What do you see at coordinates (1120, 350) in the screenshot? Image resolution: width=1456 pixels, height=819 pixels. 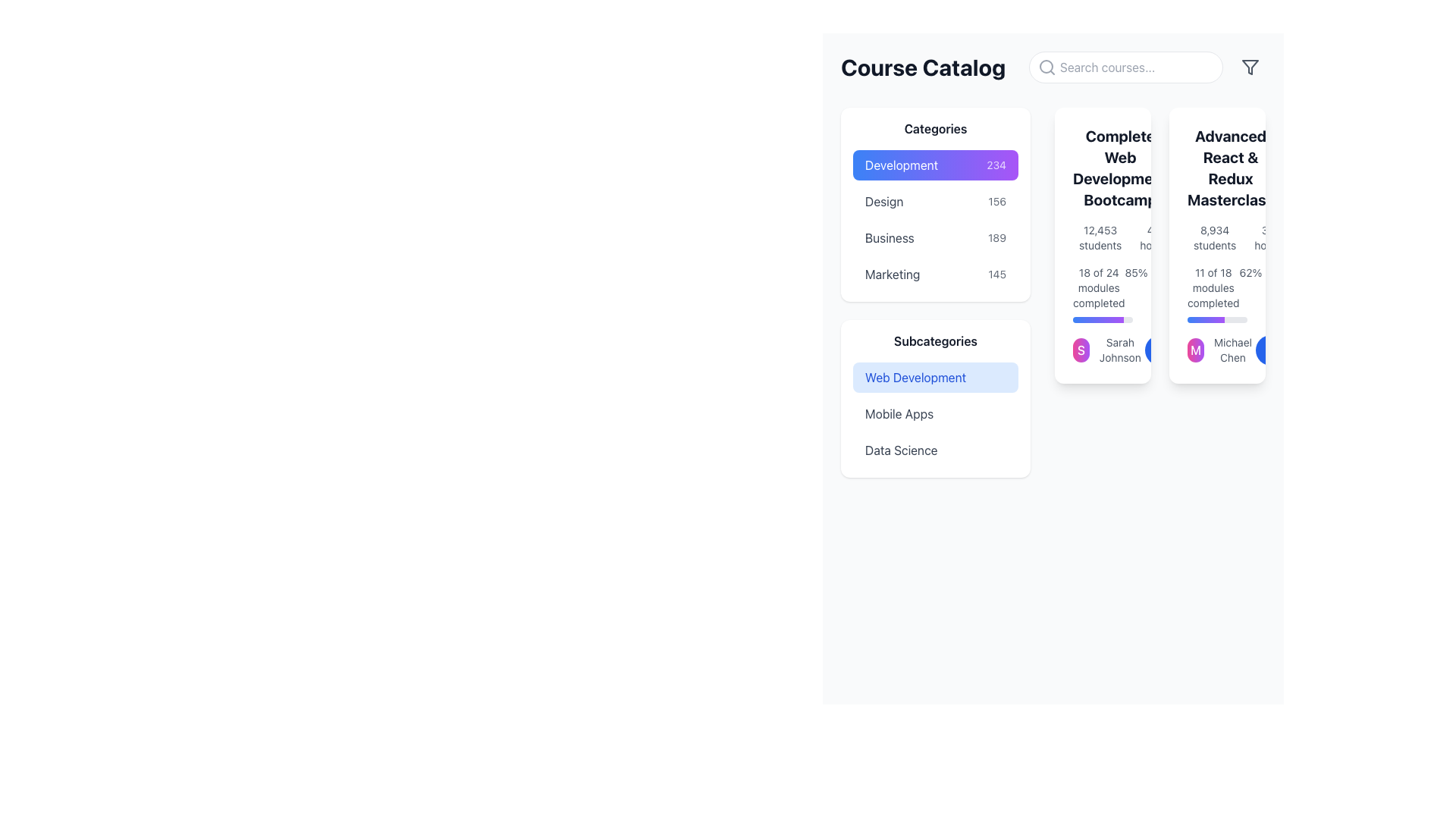 I see `the Text Label displaying 'Sarah Johnson', which is located to the right of a circular avatar with the letter 'S'` at bounding box center [1120, 350].